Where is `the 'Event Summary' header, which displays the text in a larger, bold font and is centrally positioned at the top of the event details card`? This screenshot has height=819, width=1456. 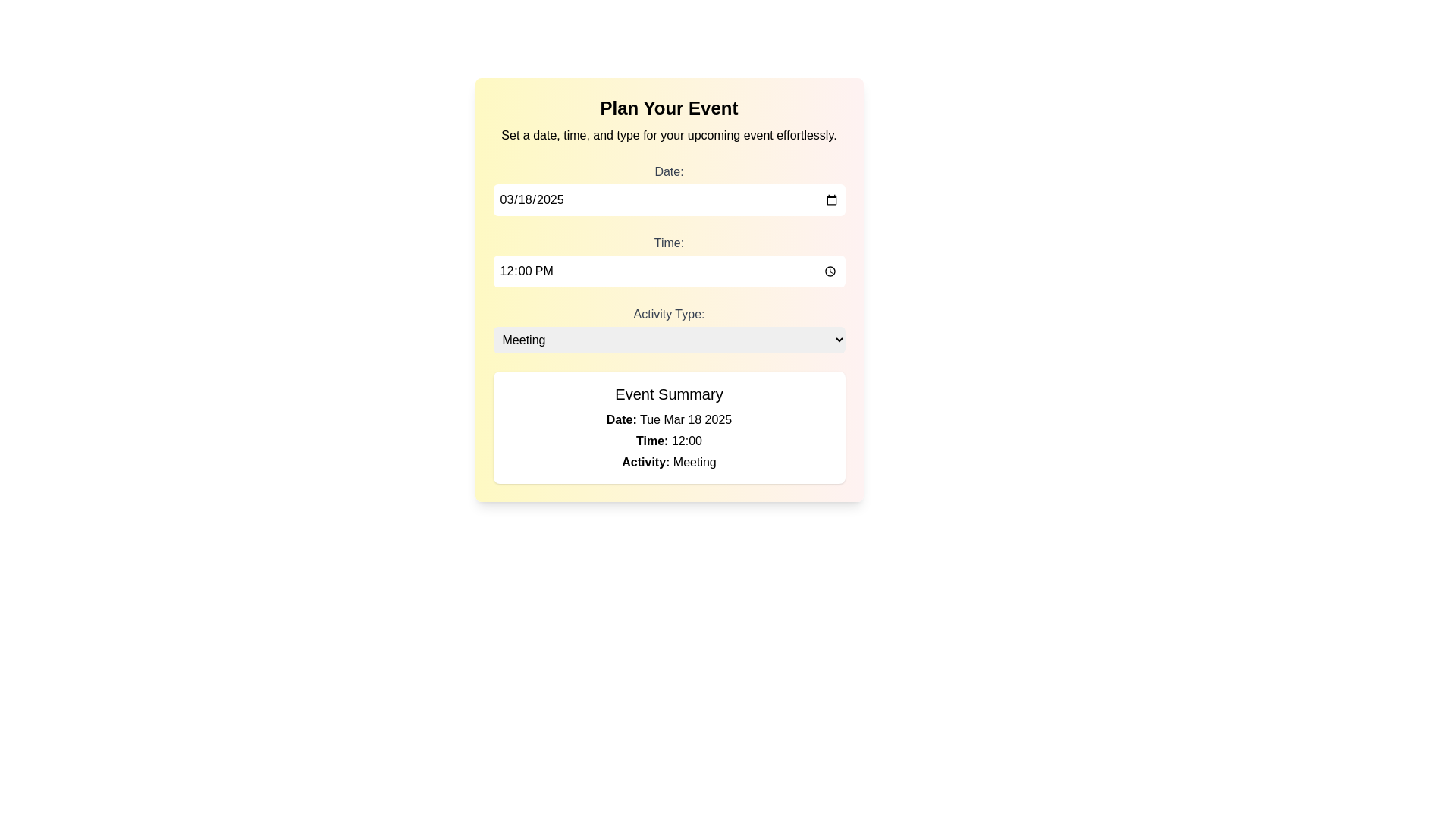
the 'Event Summary' header, which displays the text in a larger, bold font and is centrally positioned at the top of the event details card is located at coordinates (668, 394).